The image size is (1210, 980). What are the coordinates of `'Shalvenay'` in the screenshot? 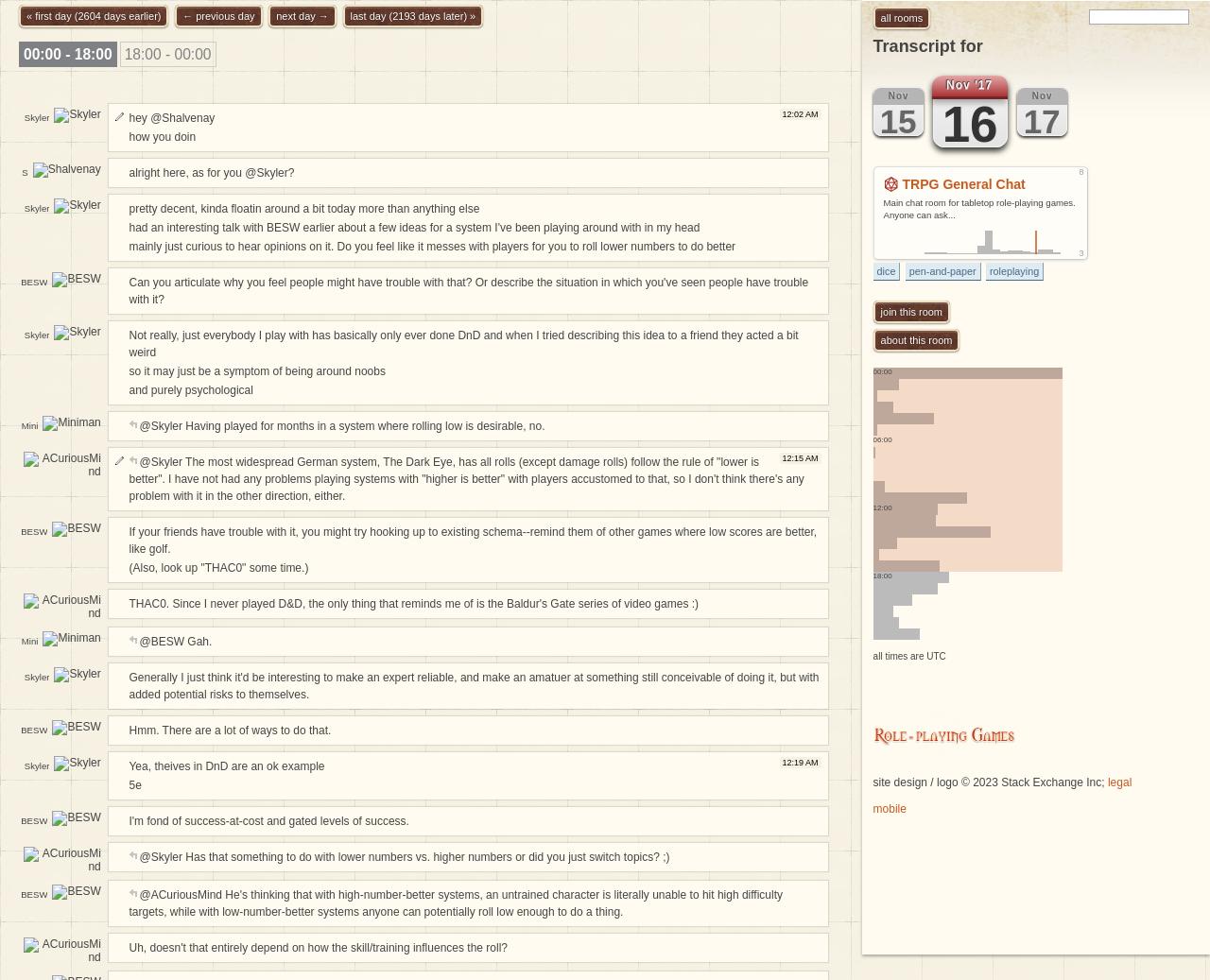 It's located at (24, 209).